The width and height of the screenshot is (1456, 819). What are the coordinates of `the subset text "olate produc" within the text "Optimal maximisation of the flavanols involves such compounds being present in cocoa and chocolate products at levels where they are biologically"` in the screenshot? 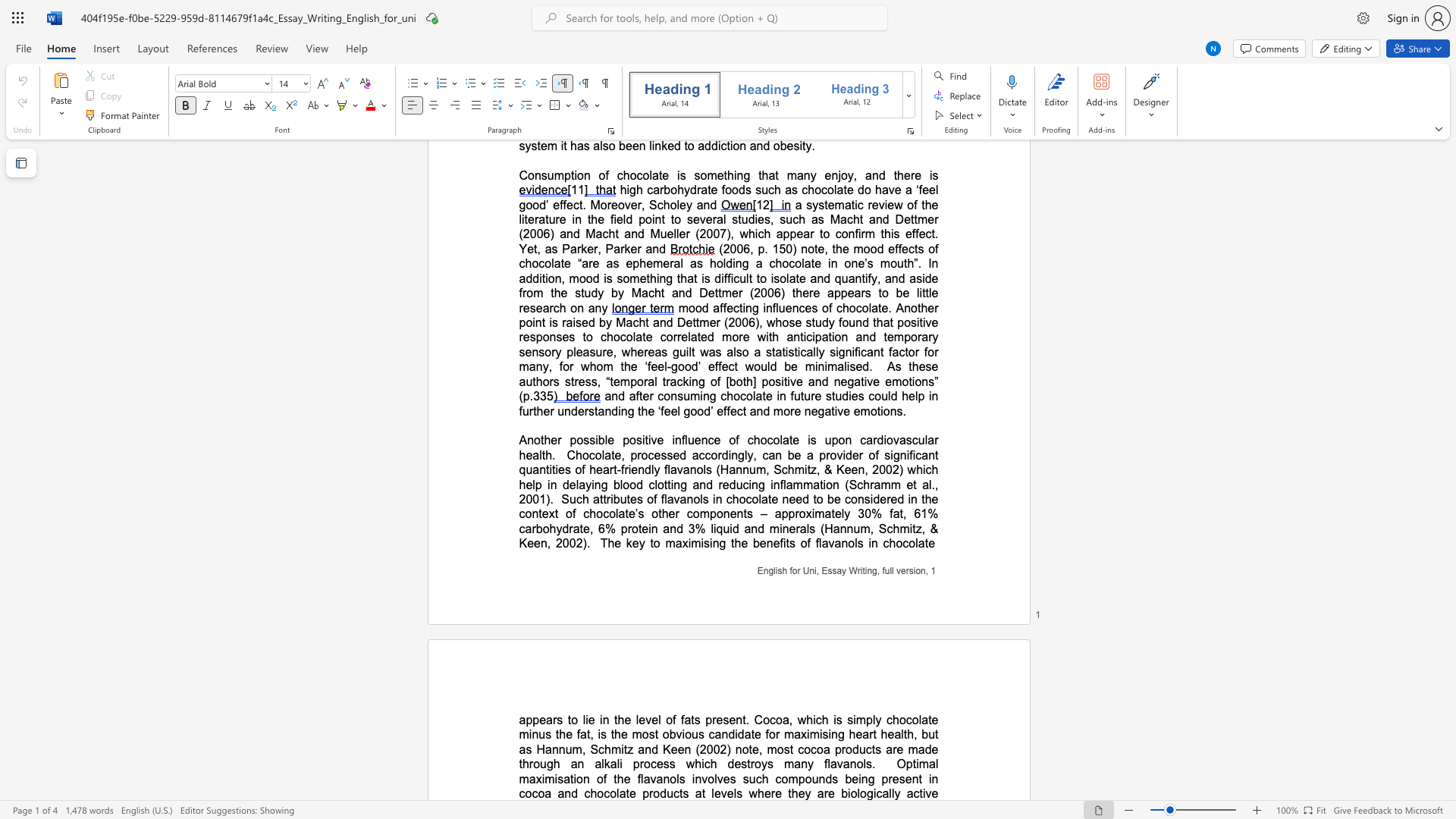 It's located at (610, 792).